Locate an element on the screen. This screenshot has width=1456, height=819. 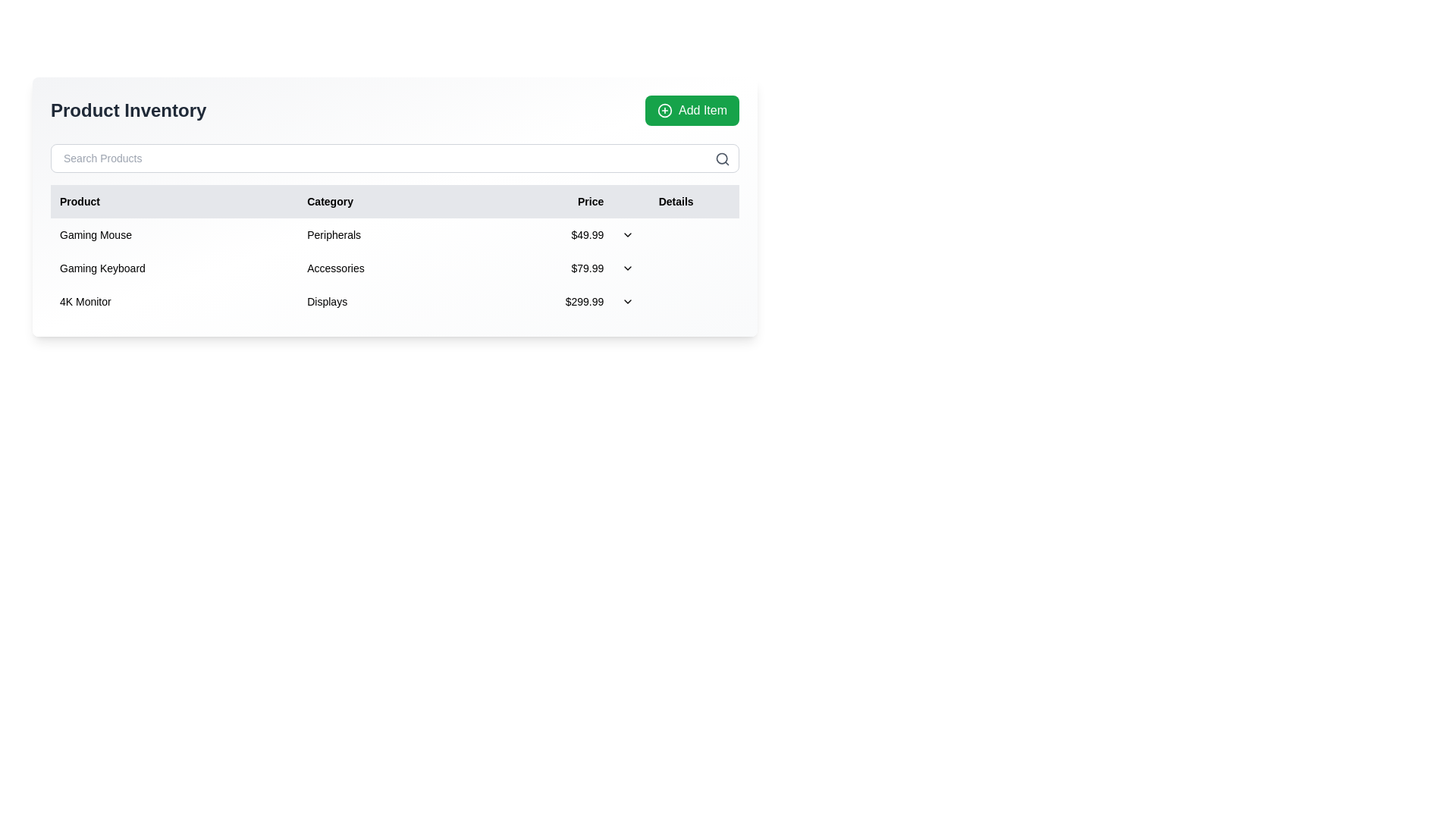
the 'Peripherals' text label is located at coordinates (388, 234).